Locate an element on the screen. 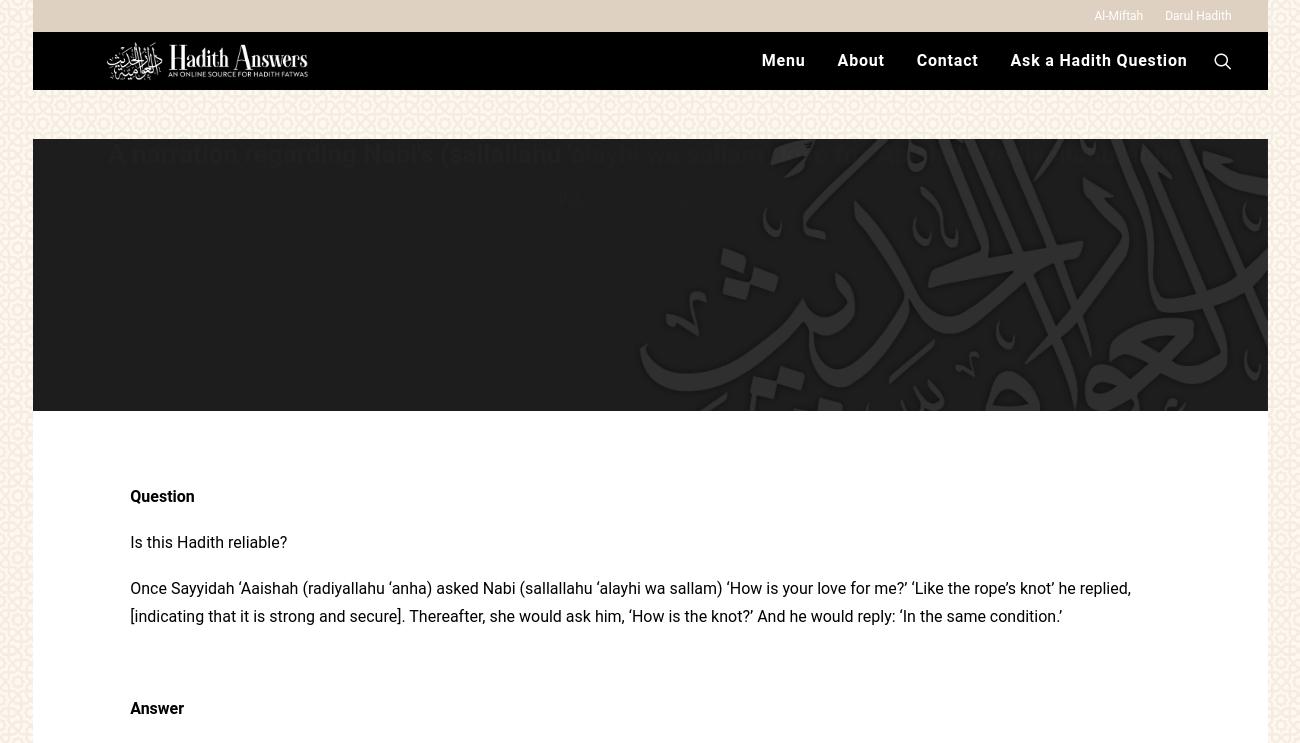  'Menu' is located at coordinates (760, 85).